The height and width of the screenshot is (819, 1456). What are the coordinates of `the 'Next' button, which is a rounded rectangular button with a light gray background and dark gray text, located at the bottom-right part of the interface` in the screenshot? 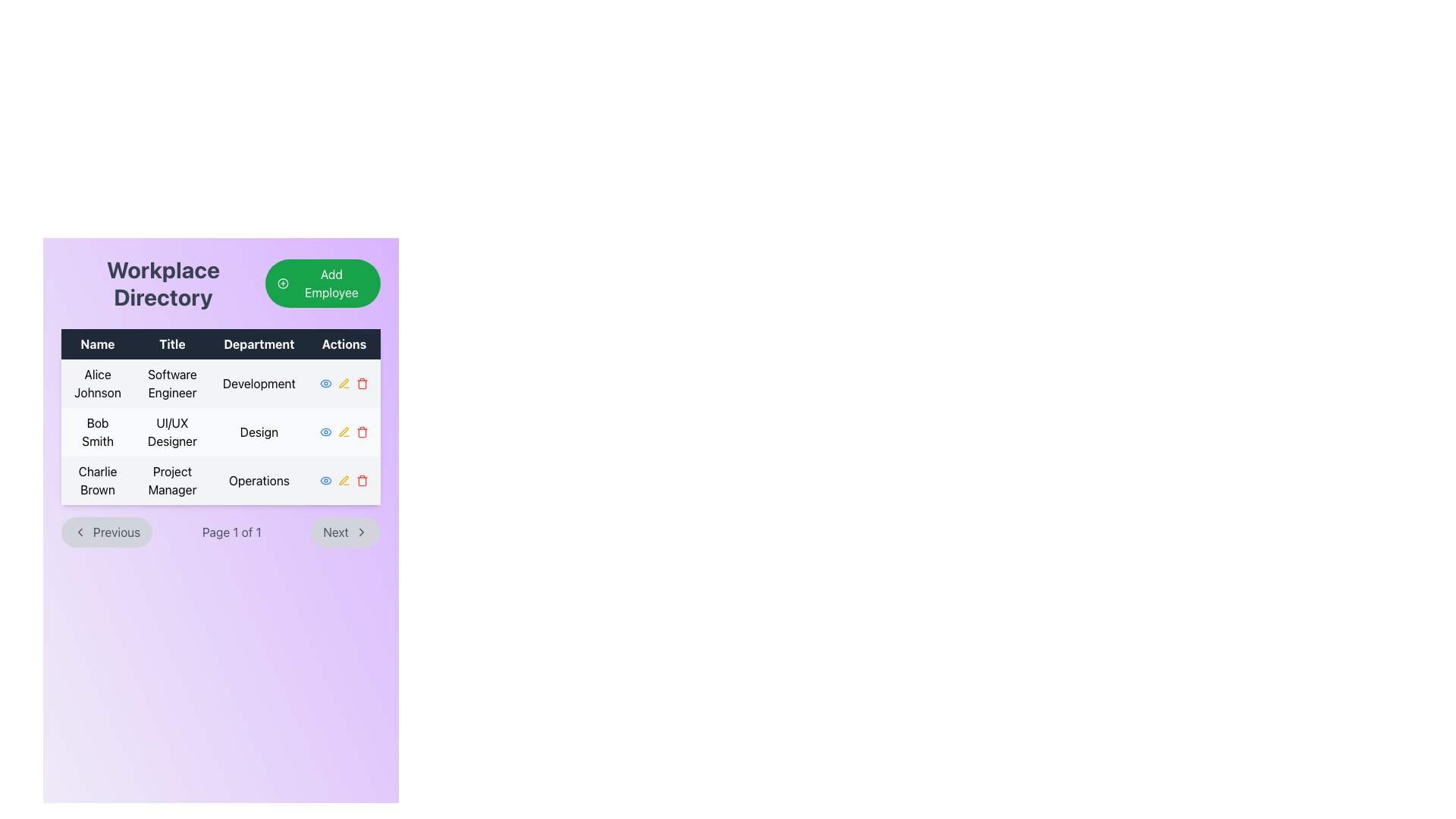 It's located at (345, 532).